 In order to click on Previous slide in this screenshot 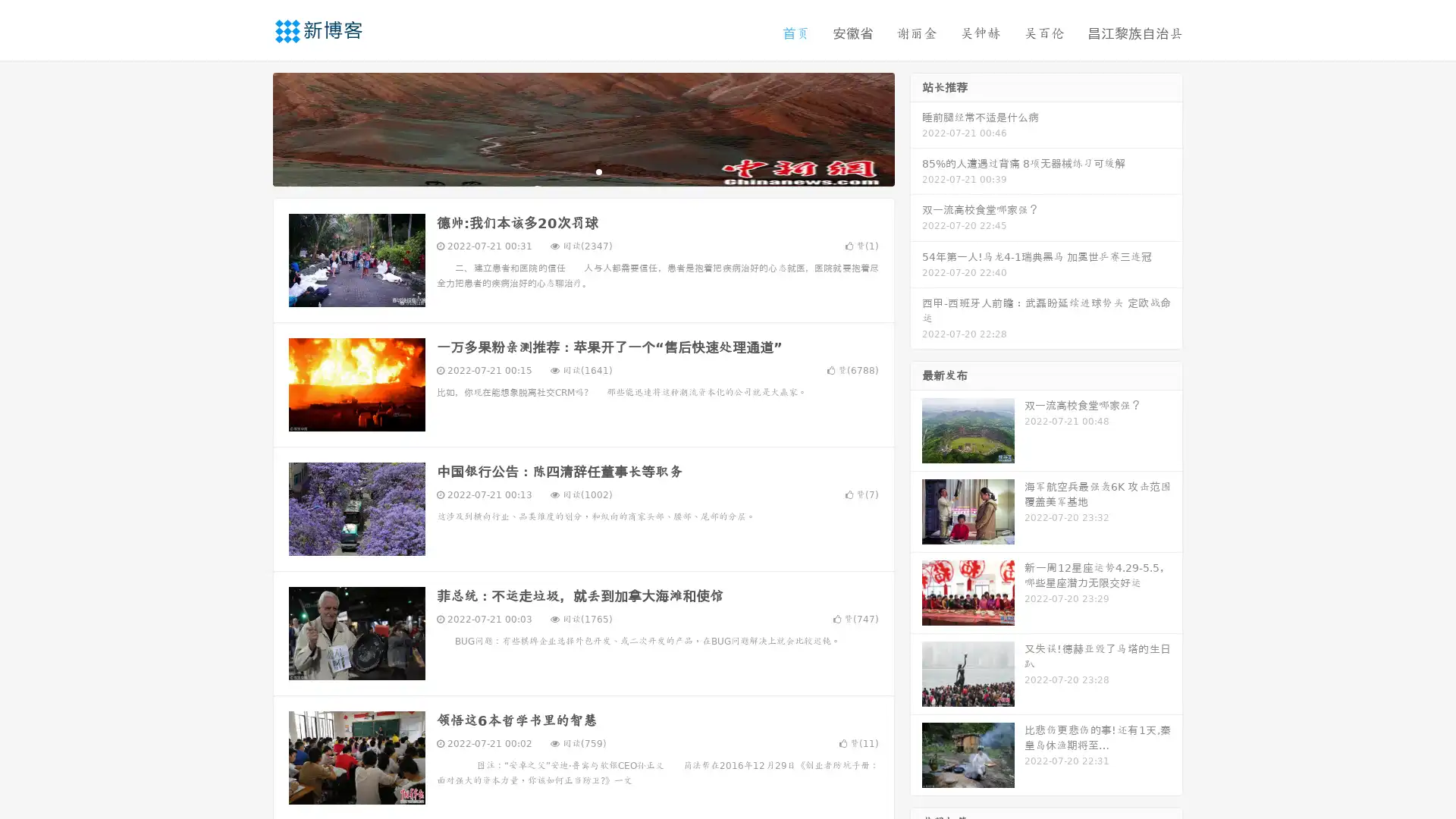, I will do `click(250, 127)`.